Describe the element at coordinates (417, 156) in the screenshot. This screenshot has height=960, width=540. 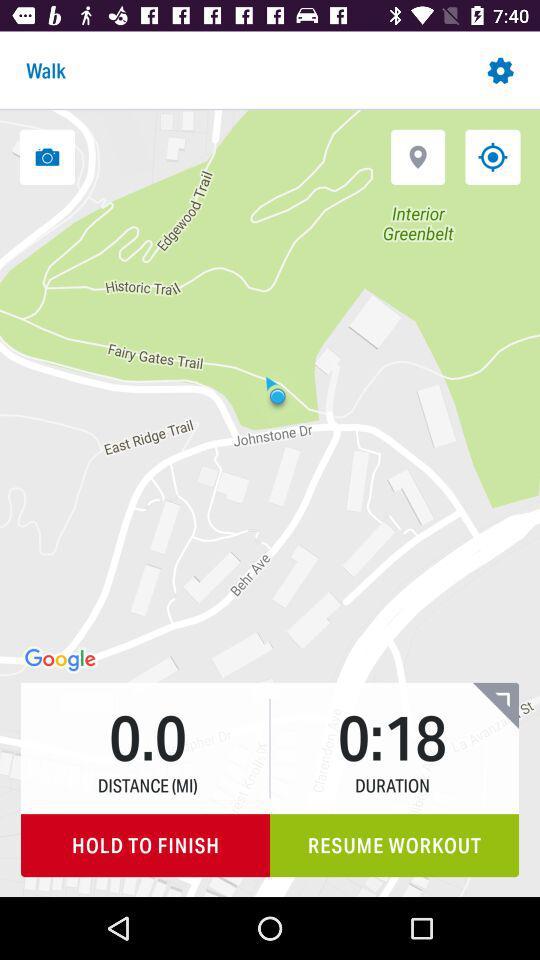
I see `the item above the 0:18` at that location.